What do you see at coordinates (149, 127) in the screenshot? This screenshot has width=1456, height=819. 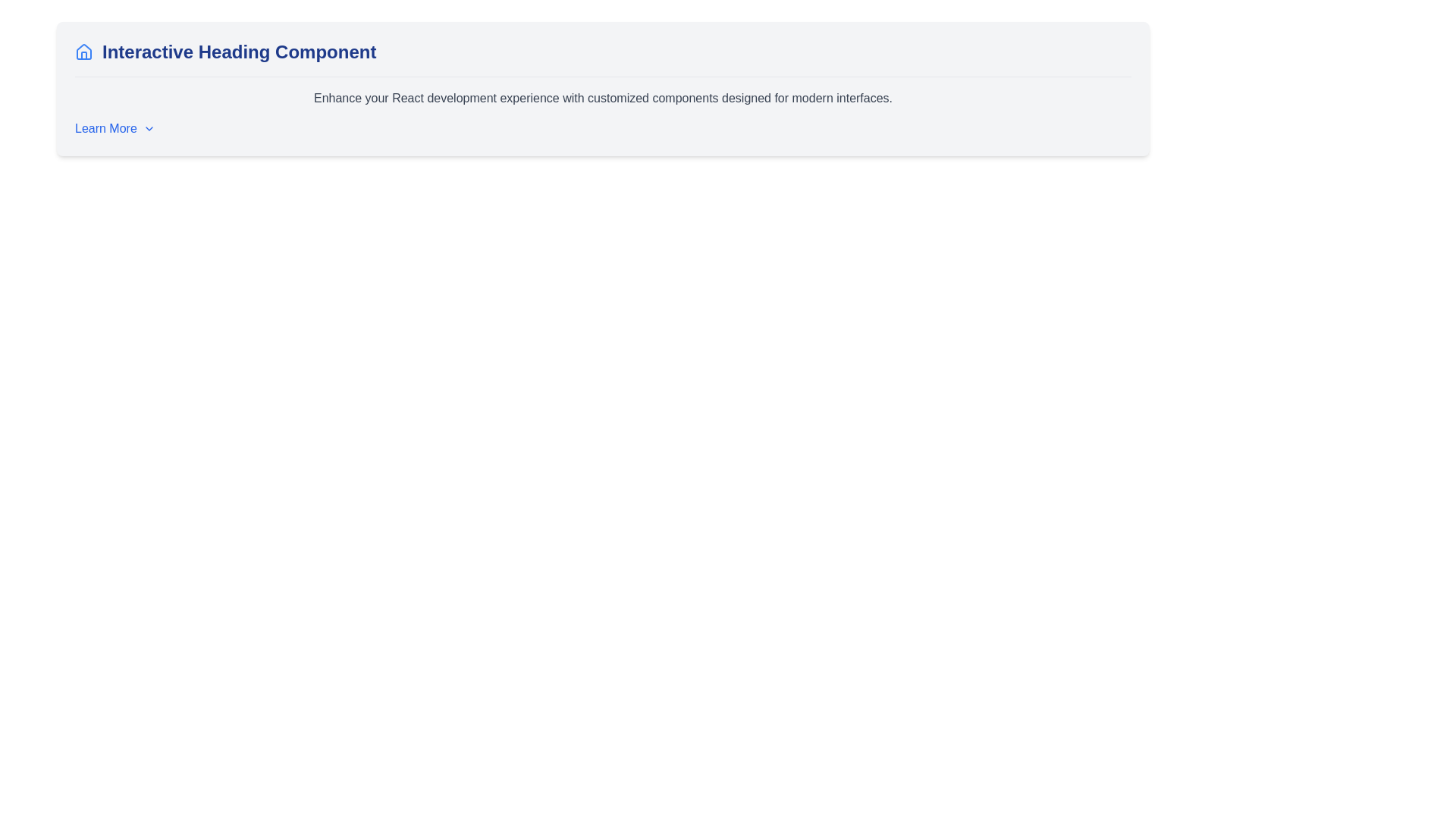 I see `the small downward-pointing chevron icon located immediately to the right of the 'Learn More' text button` at bounding box center [149, 127].